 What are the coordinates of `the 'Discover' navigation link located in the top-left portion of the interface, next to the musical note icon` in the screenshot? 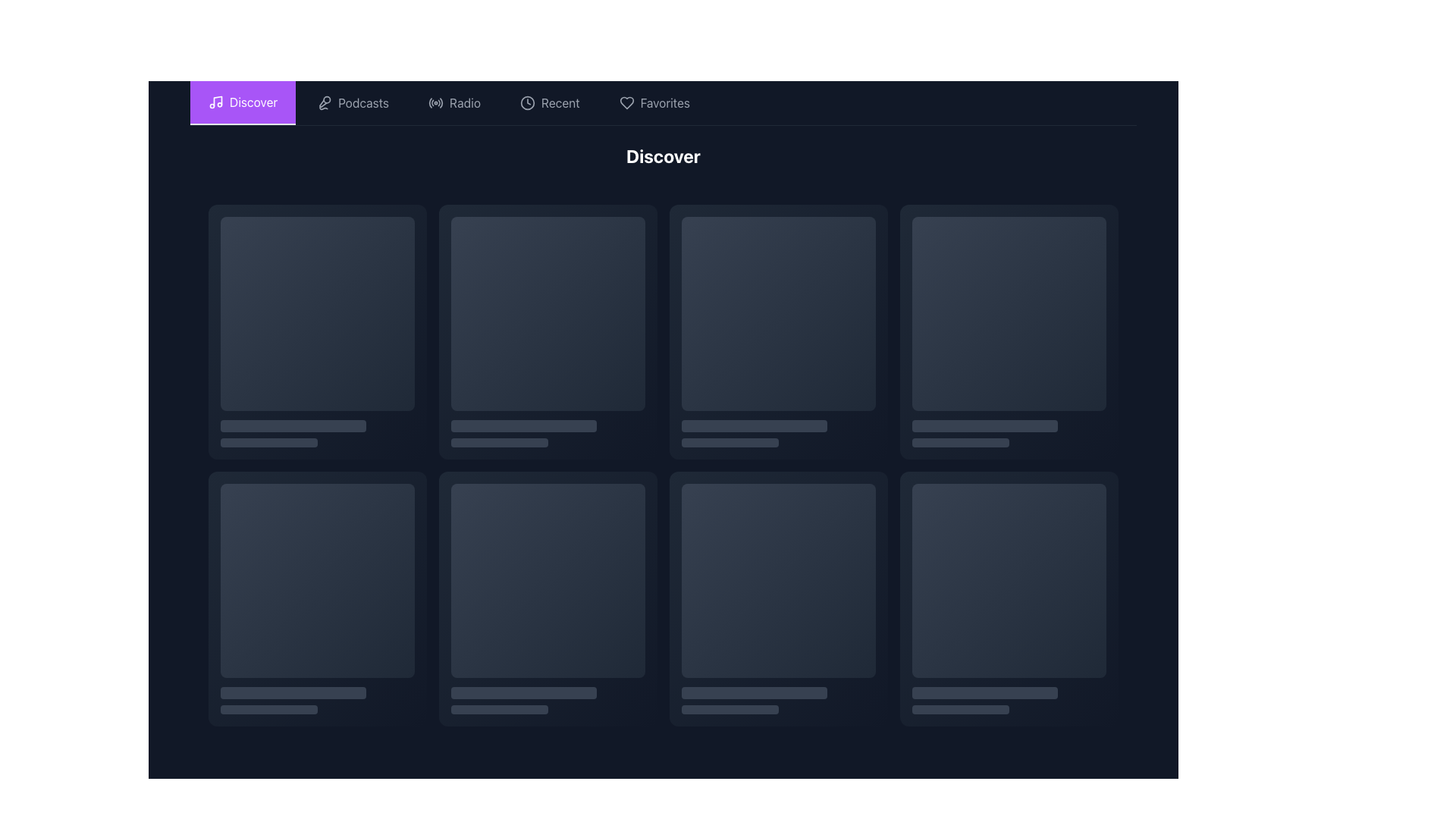 It's located at (253, 102).